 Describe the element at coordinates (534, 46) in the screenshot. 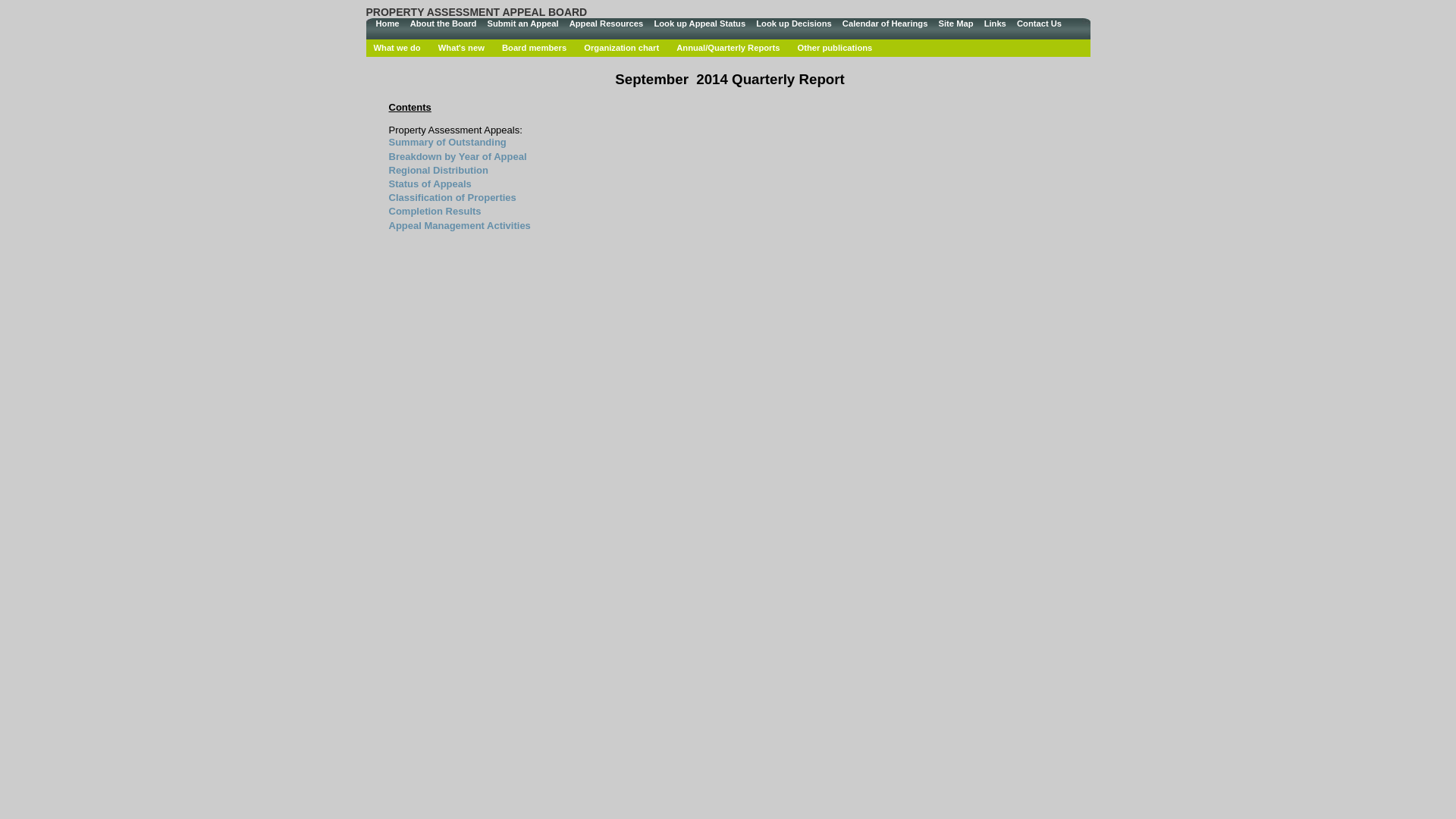

I see `'Board members'` at that location.